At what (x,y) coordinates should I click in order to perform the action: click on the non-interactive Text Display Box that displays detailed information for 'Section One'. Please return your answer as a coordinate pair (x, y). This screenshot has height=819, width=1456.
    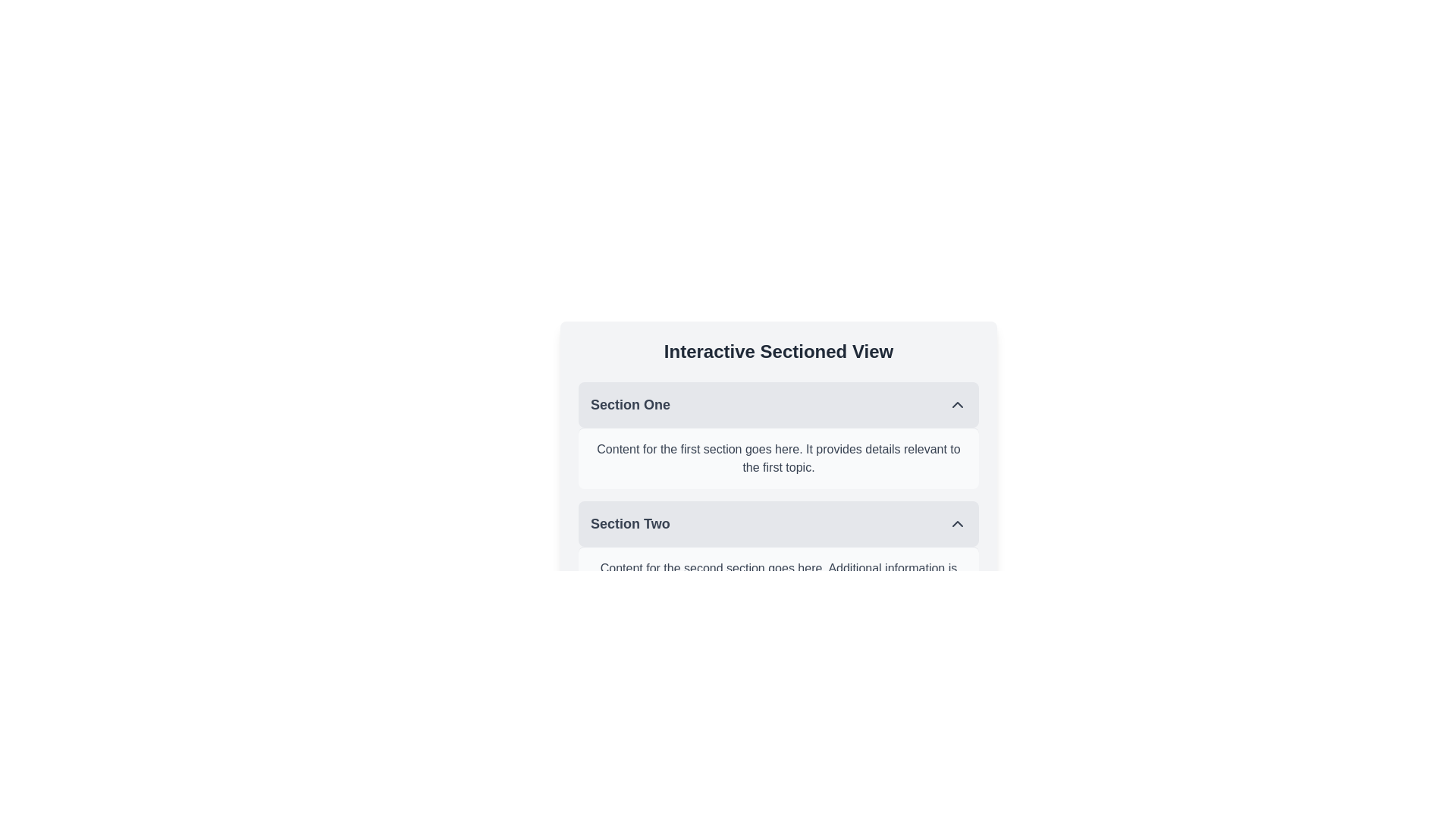
    Looking at the image, I should click on (779, 457).